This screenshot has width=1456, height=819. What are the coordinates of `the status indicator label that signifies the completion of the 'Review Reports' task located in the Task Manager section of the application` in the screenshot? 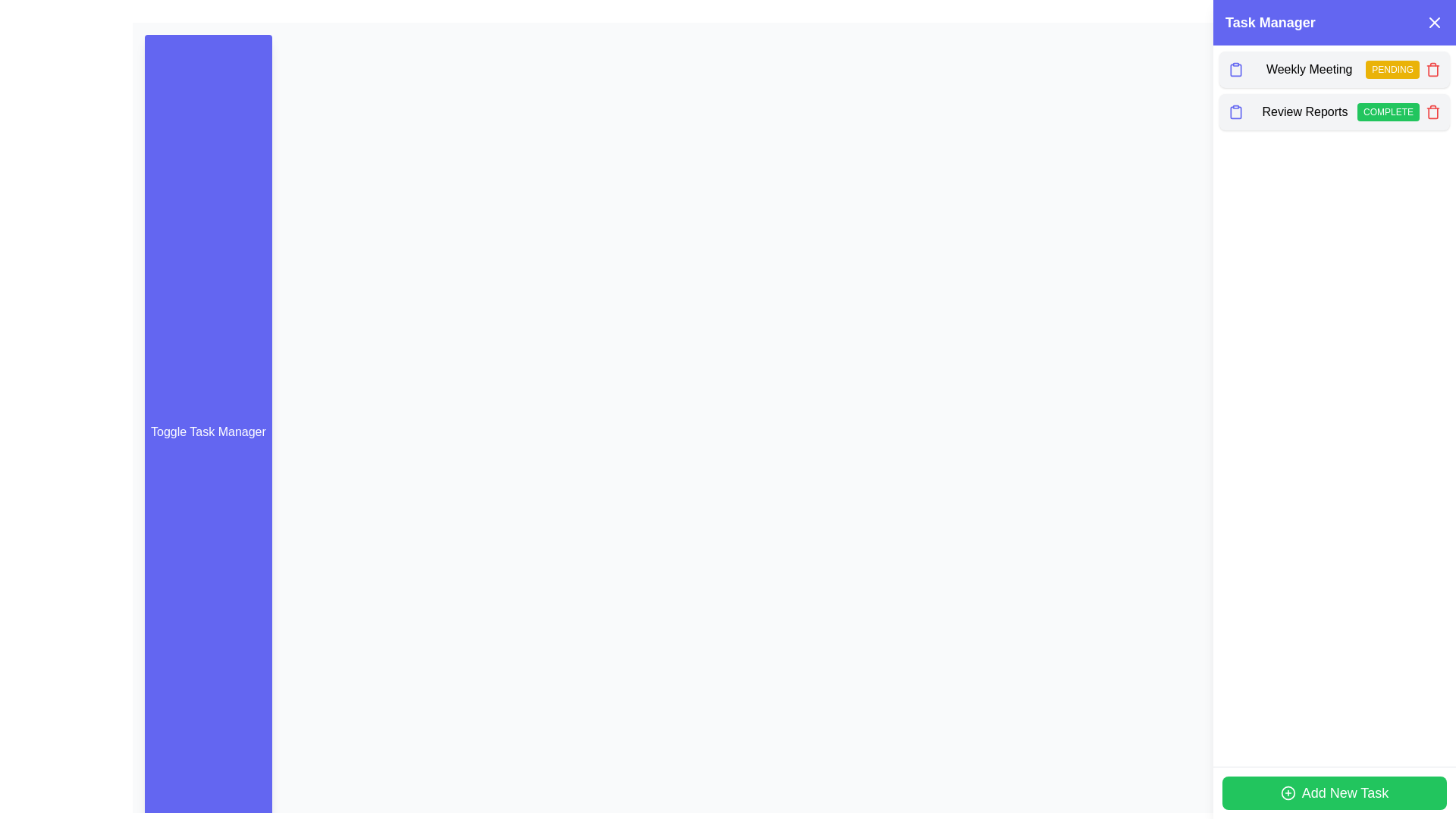 It's located at (1388, 111).